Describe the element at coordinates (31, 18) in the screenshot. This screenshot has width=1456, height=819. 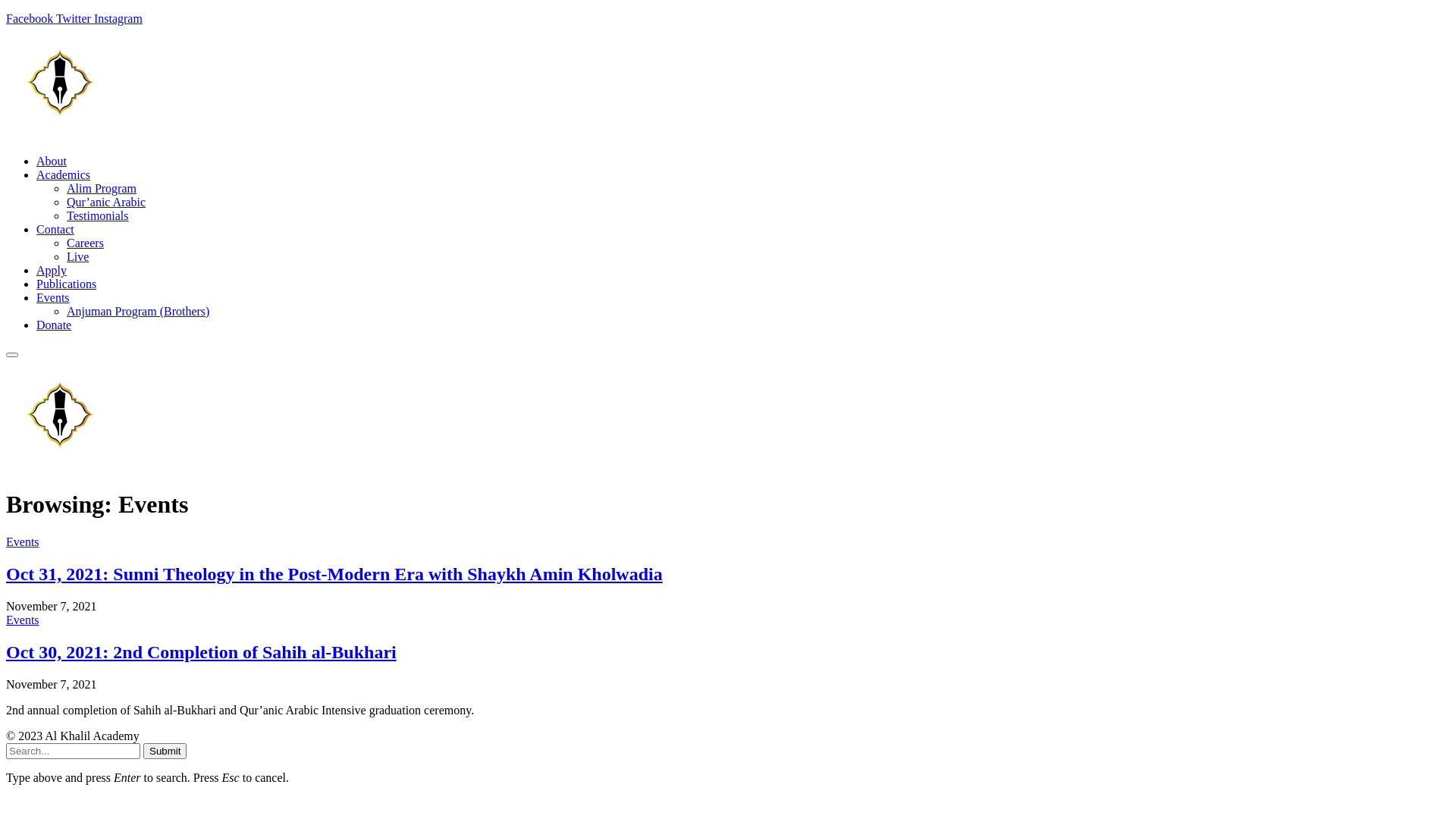
I see `'Facebook'` at that location.